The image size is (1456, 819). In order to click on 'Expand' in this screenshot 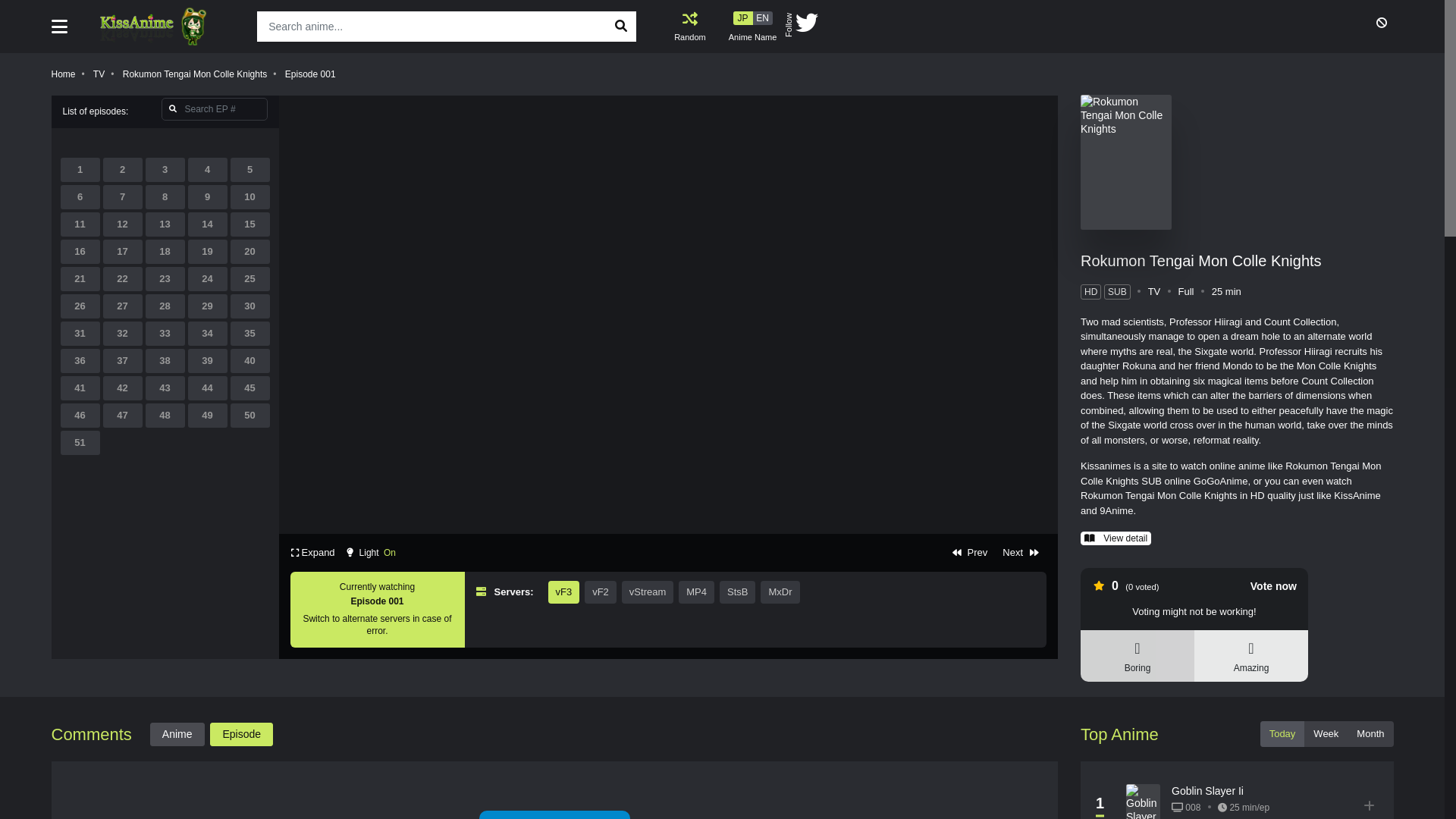, I will do `click(312, 553)`.